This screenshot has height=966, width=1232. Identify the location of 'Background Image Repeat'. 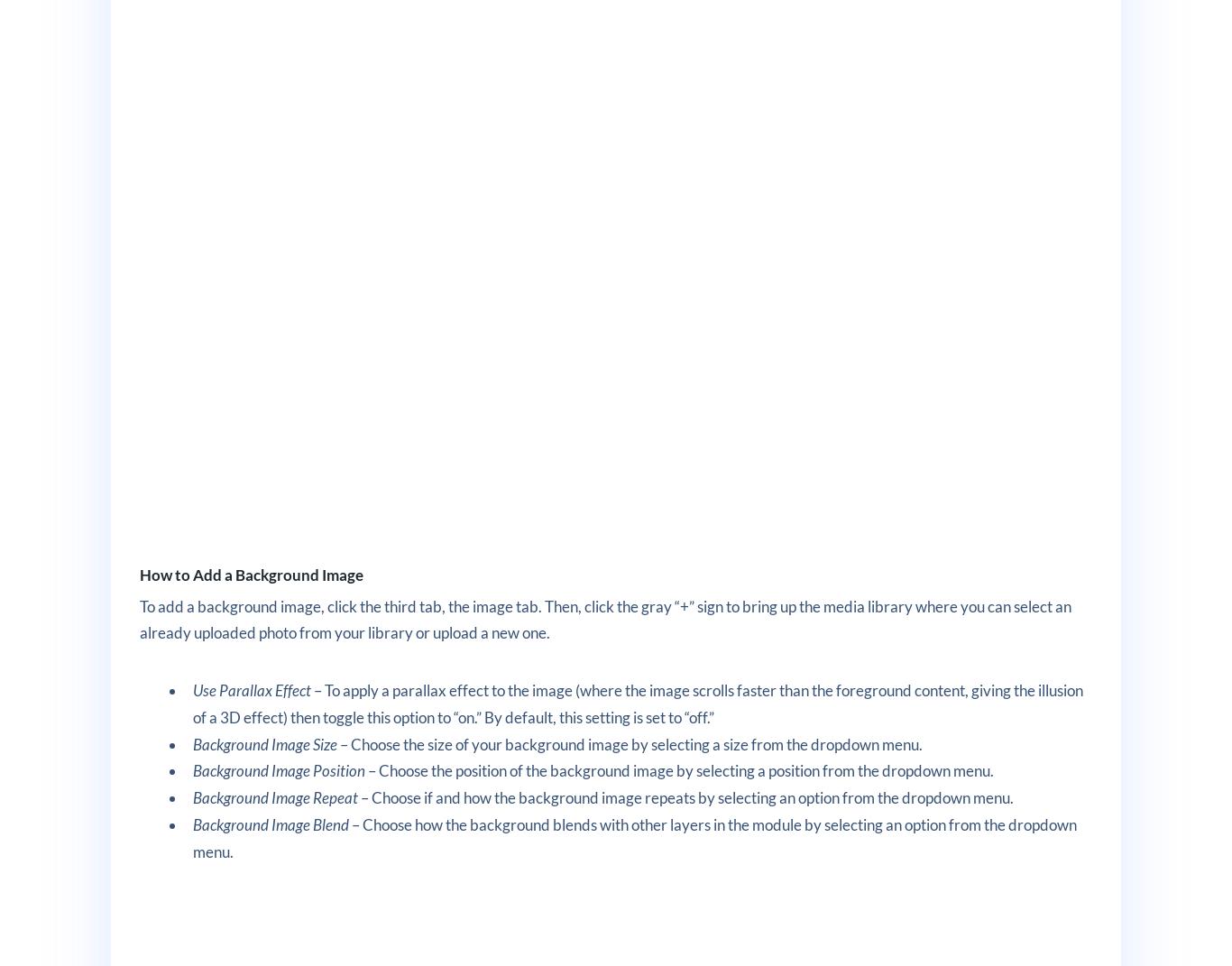
(192, 797).